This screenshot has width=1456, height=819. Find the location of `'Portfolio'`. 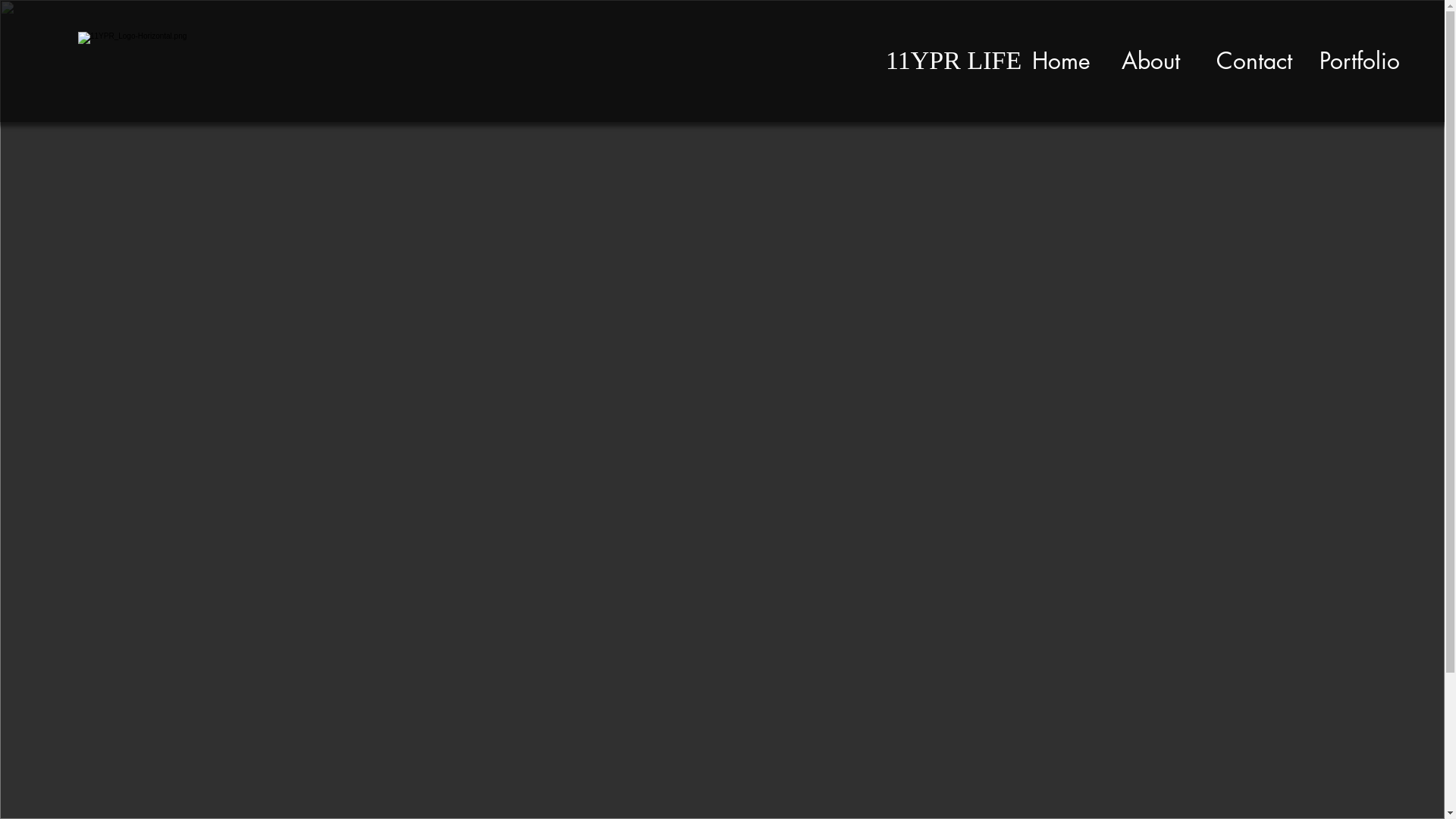

'Portfolio' is located at coordinates (1360, 60).